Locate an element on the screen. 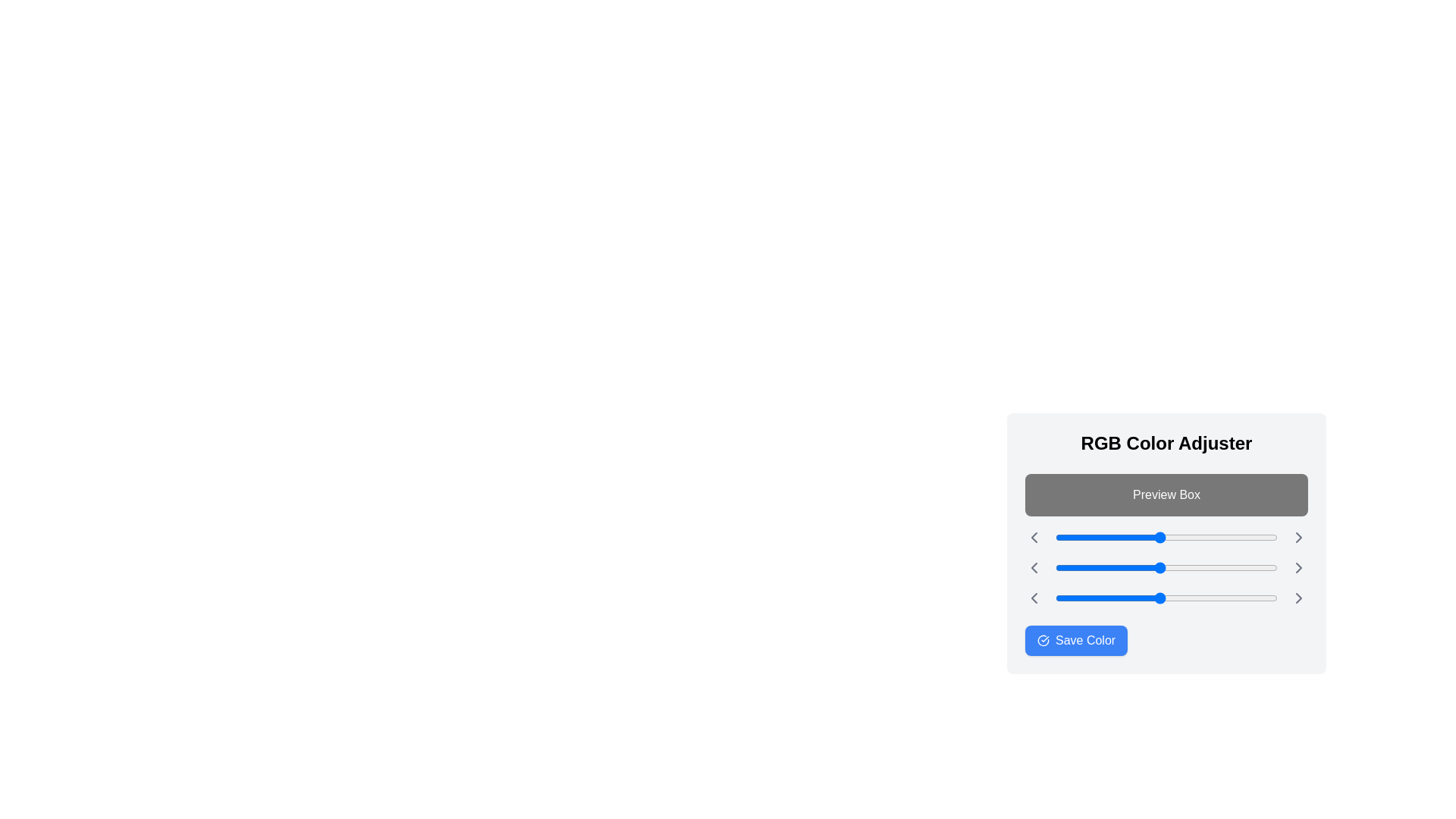  the 'Save Color' button is located at coordinates (1075, 640).